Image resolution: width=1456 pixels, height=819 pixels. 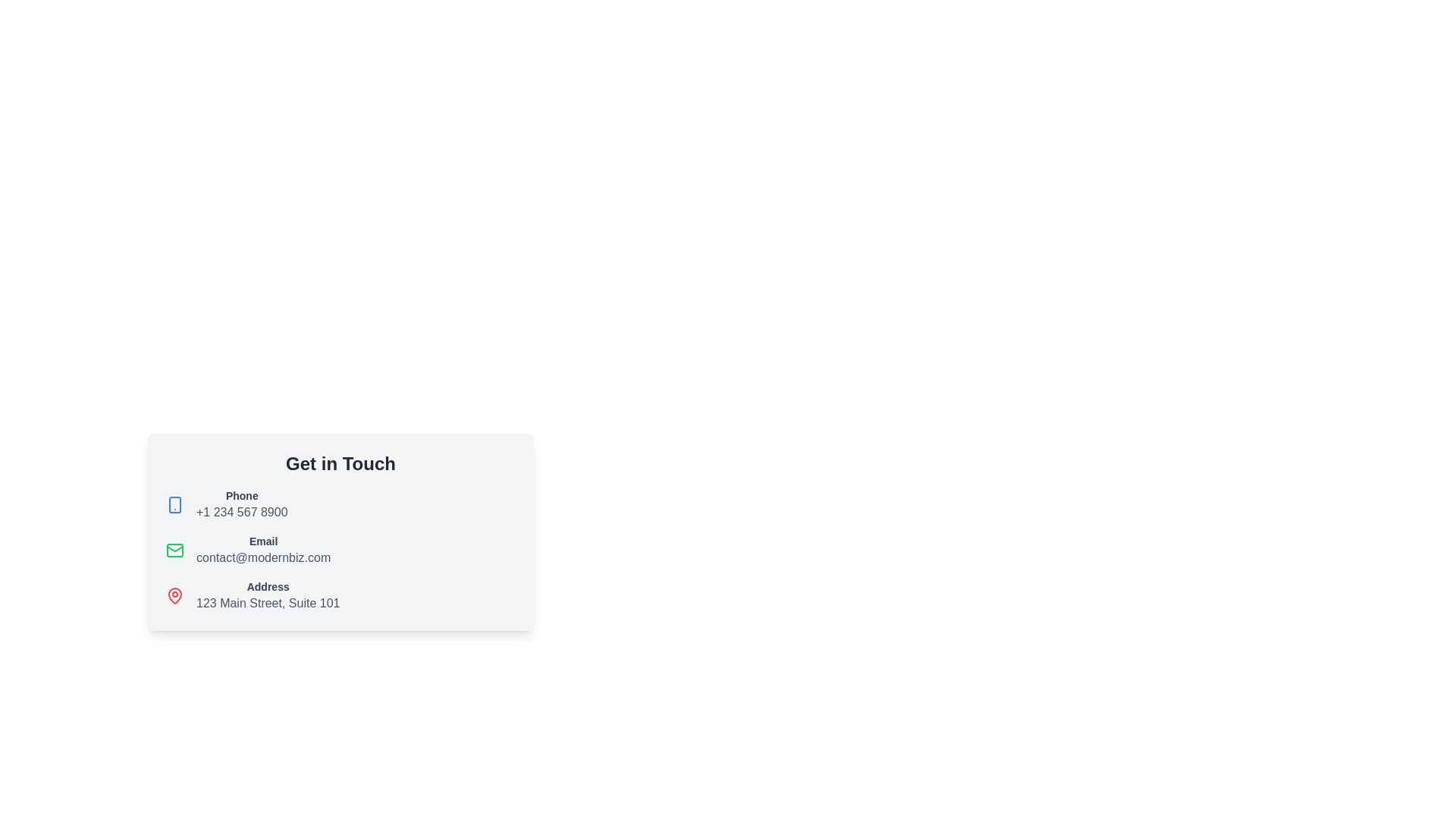 What do you see at coordinates (174, 595) in the screenshot?
I see `the location icon located in the bottom left corner of the address section of the 'Get in Touch' contact information card, next to the text 'Address123 Main Street, Suite 101'` at bounding box center [174, 595].